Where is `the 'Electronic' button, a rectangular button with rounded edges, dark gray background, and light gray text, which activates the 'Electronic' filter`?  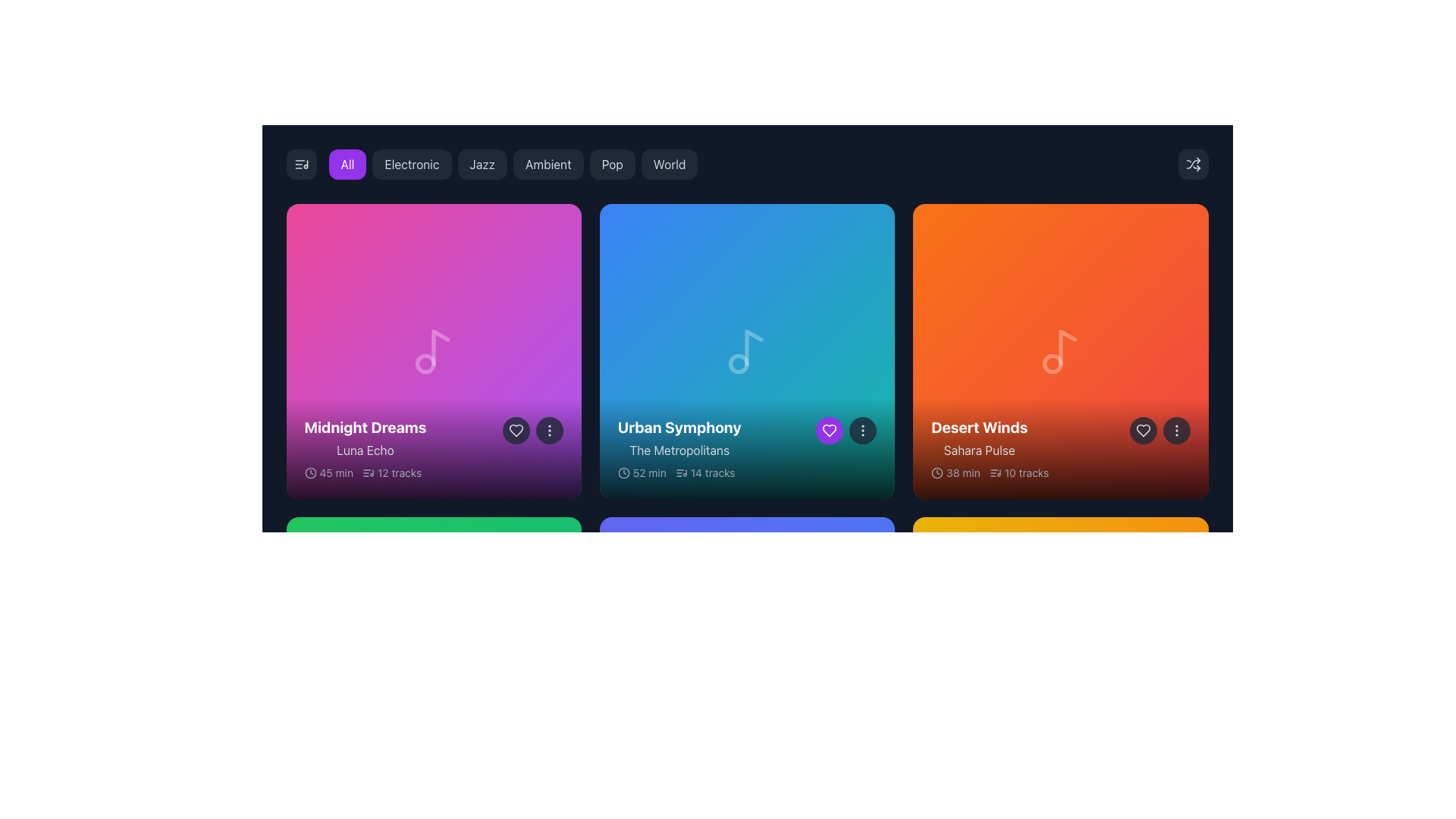
the 'Electronic' button, a rectangular button with rounded edges, dark gray background, and light gray text, which activates the 'Electronic' filter is located at coordinates (412, 164).